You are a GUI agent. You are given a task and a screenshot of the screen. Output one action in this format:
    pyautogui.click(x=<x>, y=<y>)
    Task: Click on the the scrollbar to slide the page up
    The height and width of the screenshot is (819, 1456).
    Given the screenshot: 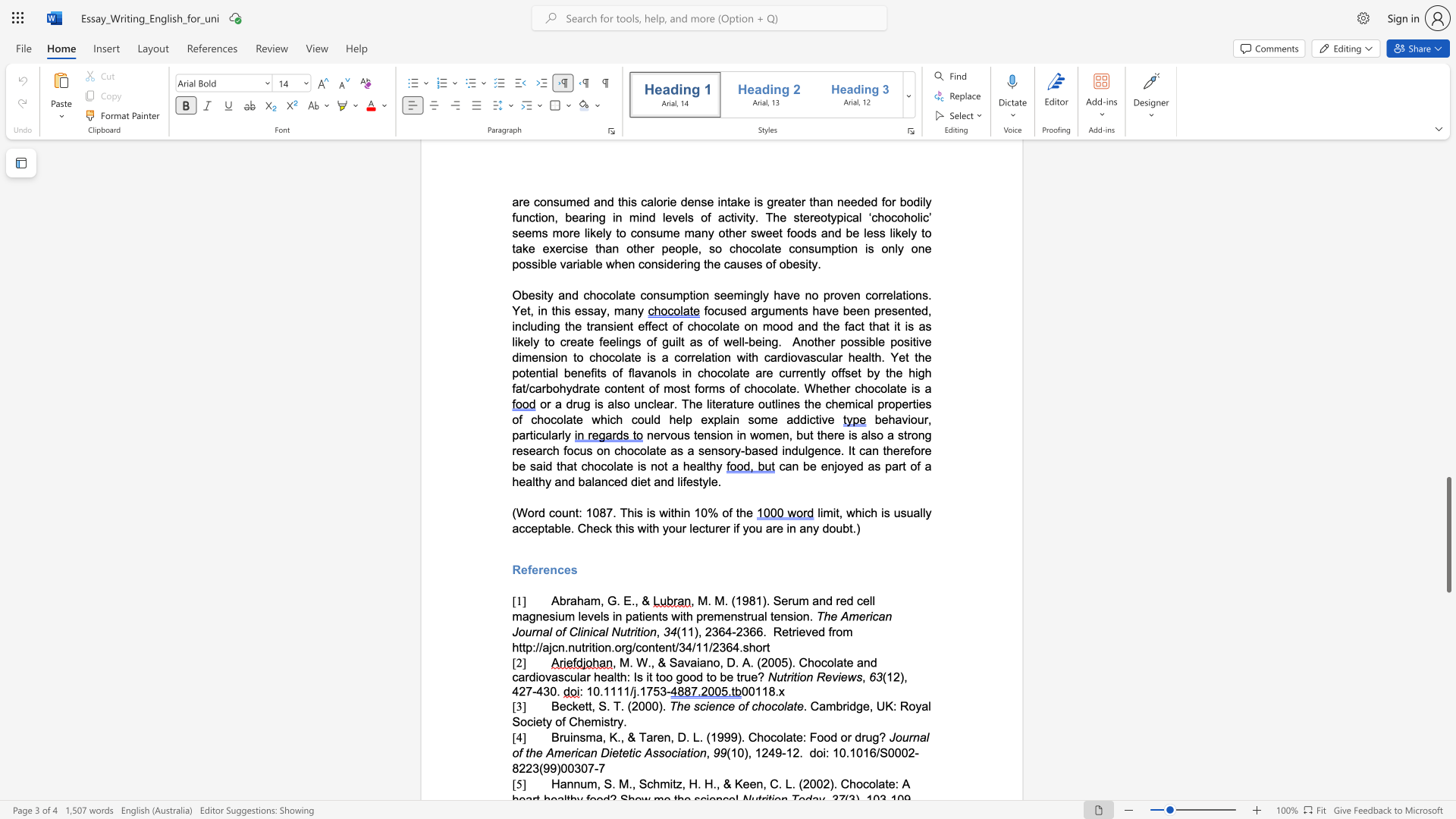 What is the action you would take?
    pyautogui.click(x=1448, y=303)
    